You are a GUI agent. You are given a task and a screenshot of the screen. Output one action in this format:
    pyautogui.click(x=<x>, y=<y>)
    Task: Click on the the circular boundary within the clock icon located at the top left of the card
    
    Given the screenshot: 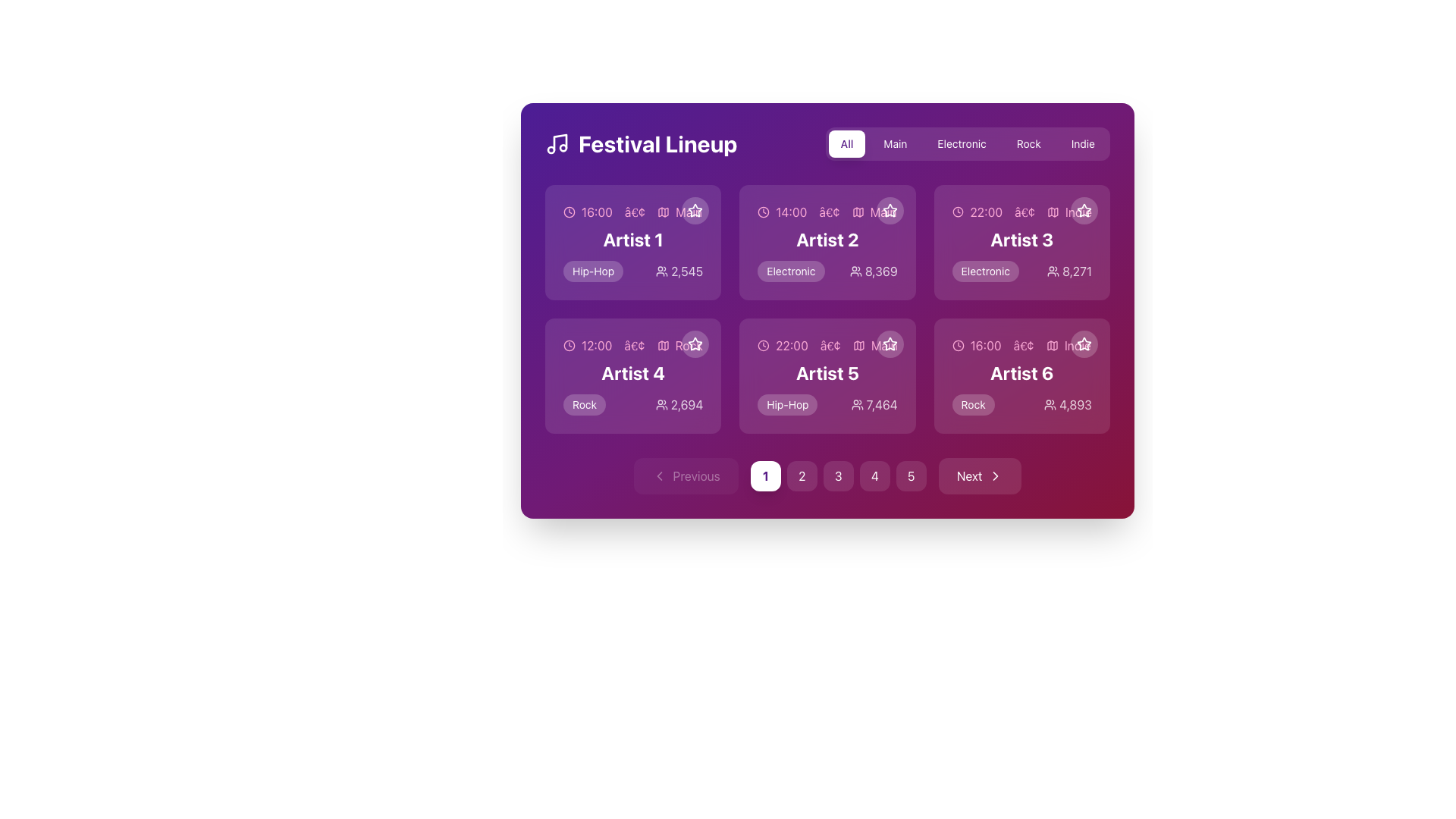 What is the action you would take?
    pyautogui.click(x=568, y=212)
    